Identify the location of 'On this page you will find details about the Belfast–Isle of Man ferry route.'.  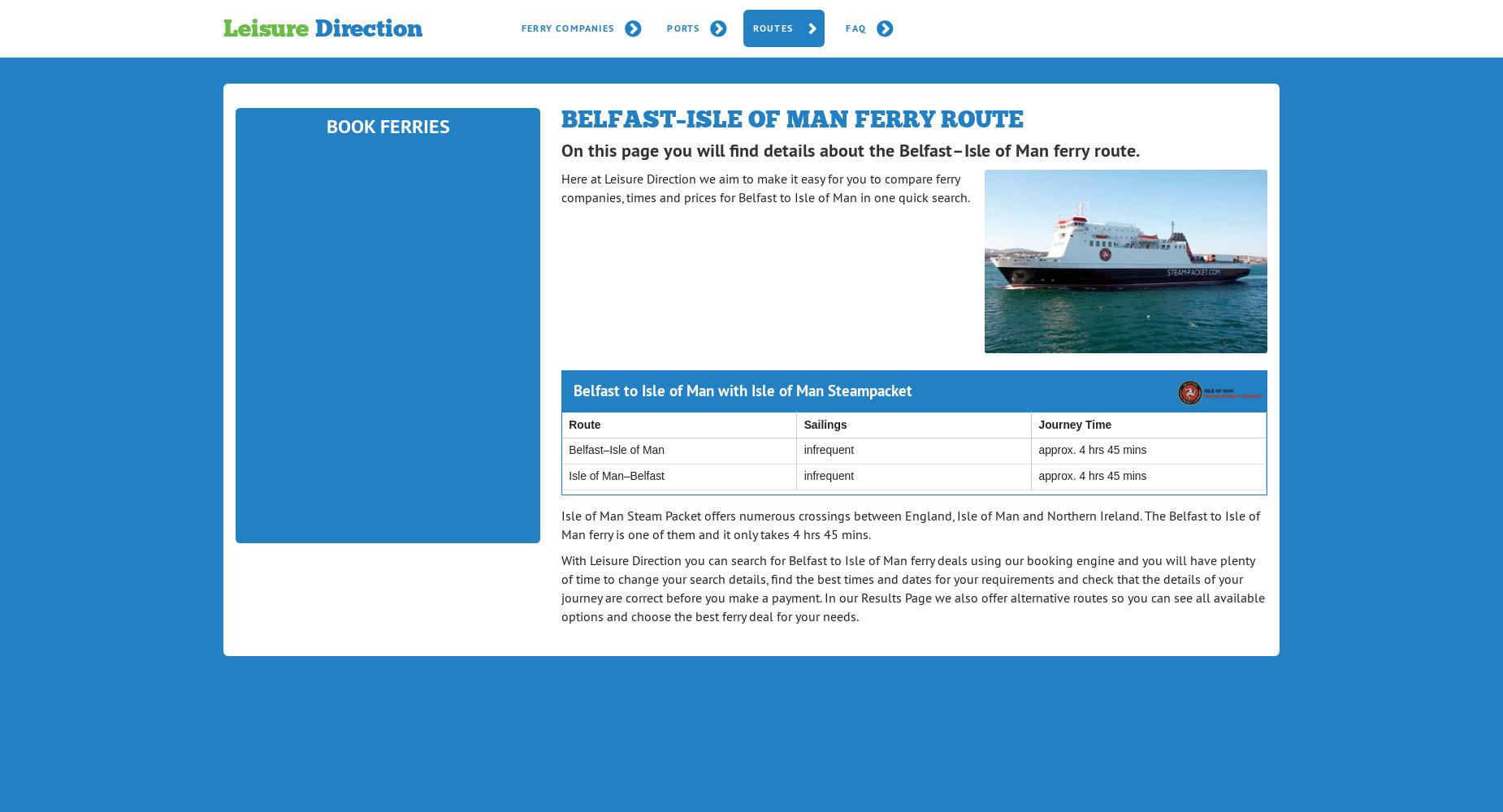
(849, 150).